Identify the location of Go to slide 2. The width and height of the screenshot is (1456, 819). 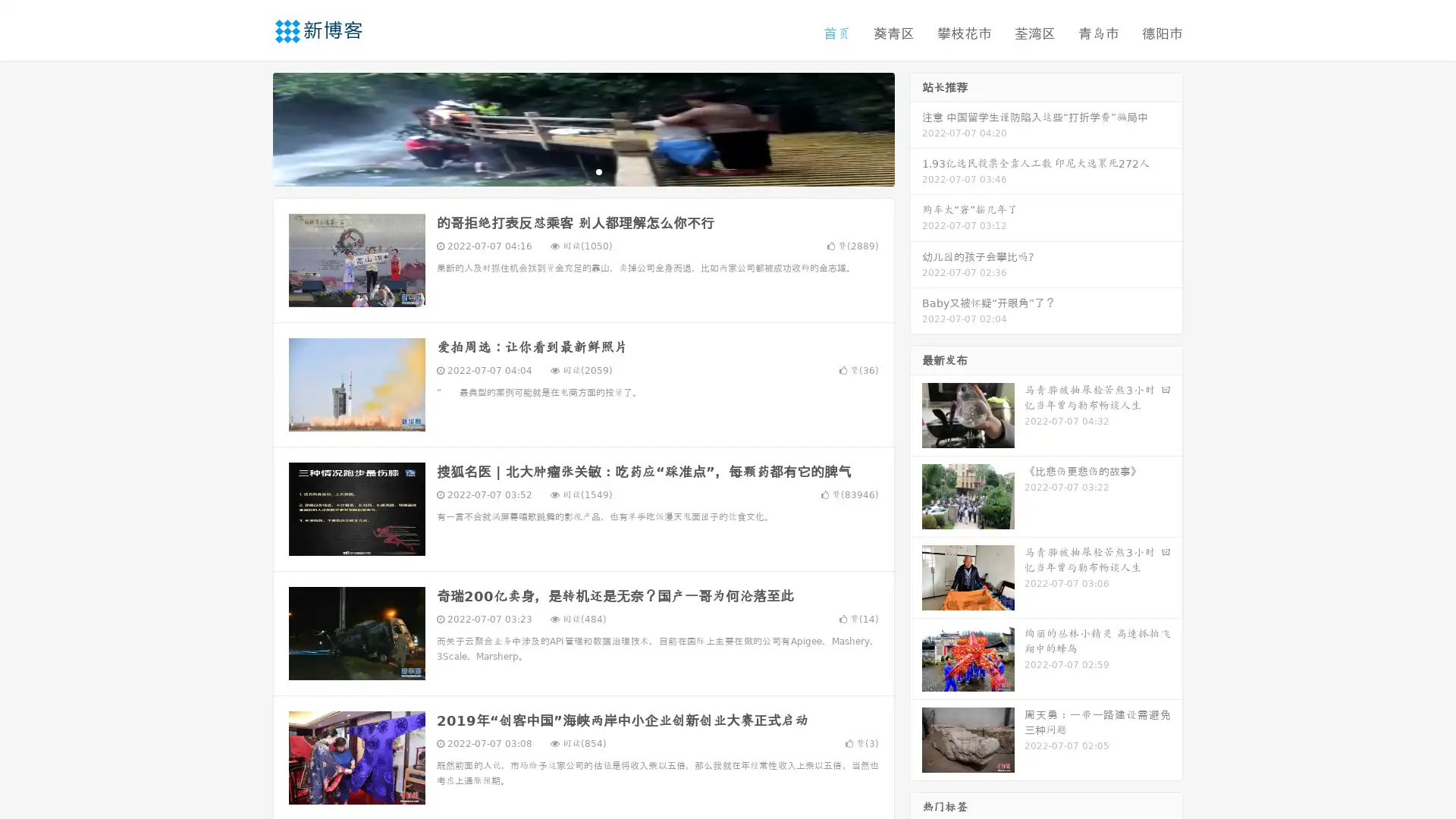
(582, 171).